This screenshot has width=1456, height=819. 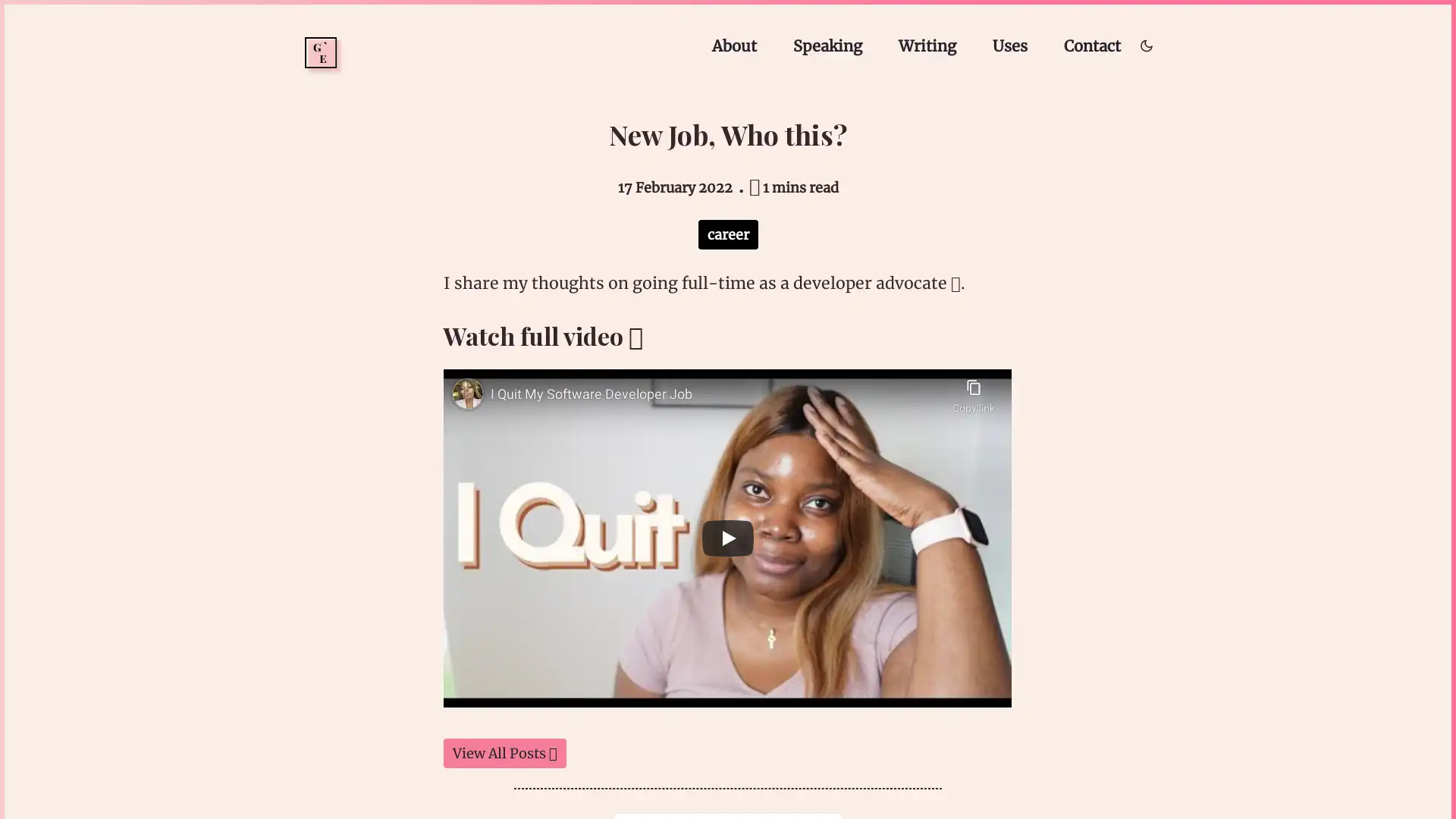 I want to click on Toggle dark/light, so click(x=1147, y=42).